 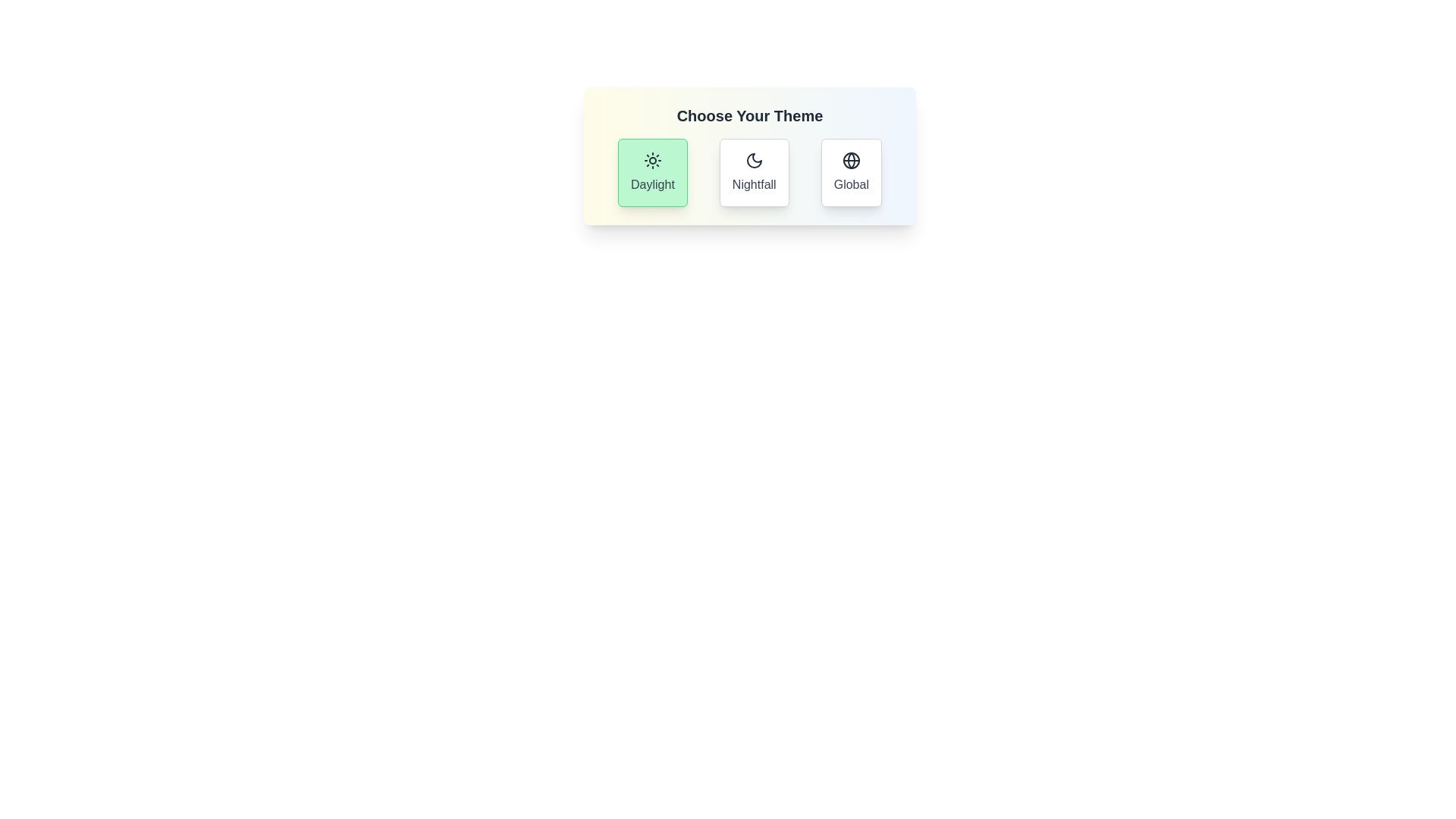 I want to click on the theme Daylight by clicking on its button, so click(x=652, y=171).